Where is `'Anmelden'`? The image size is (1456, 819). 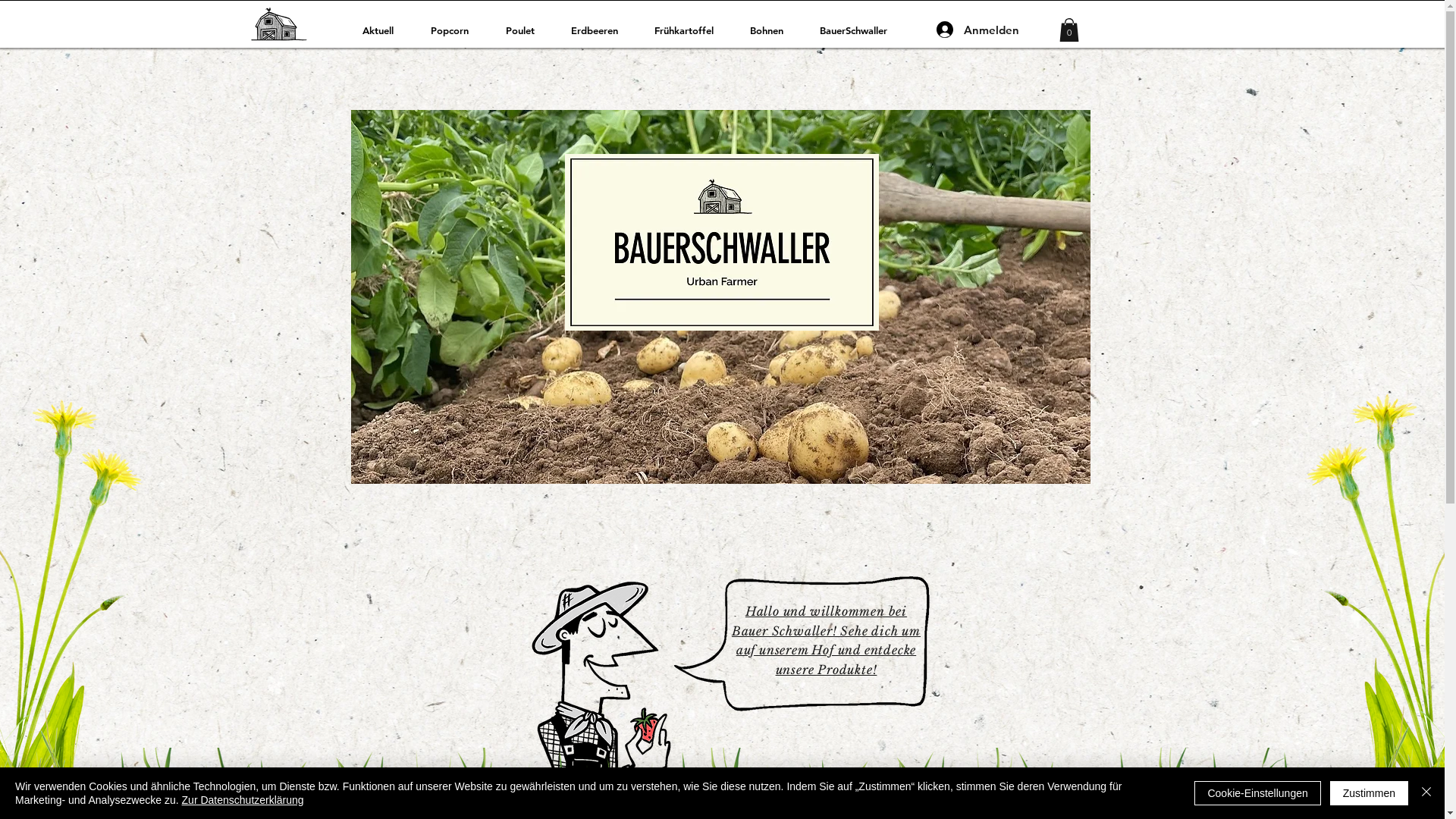
'Anmelden' is located at coordinates (924, 29).